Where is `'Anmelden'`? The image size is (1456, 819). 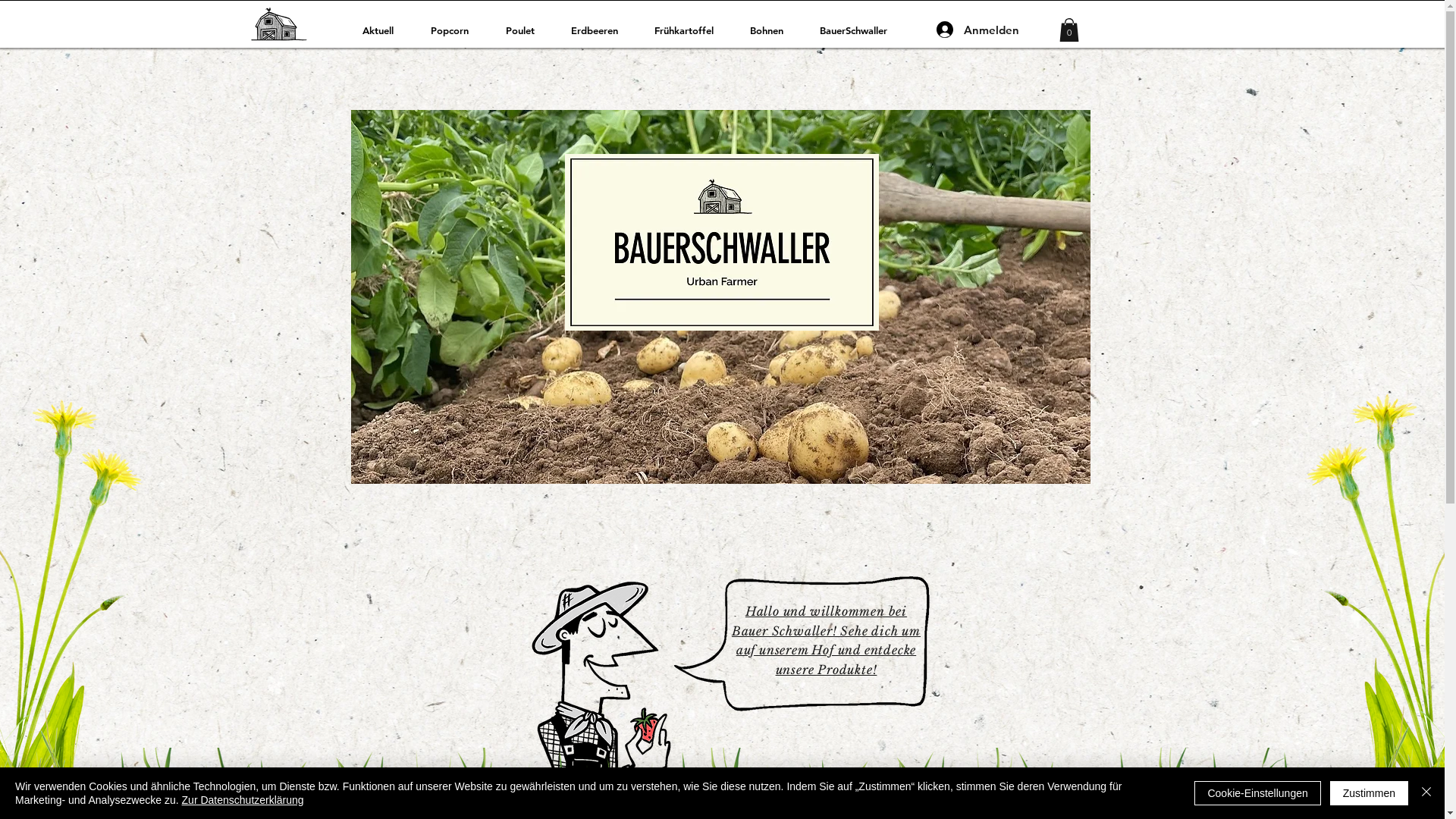
'Anmelden' is located at coordinates (924, 29).